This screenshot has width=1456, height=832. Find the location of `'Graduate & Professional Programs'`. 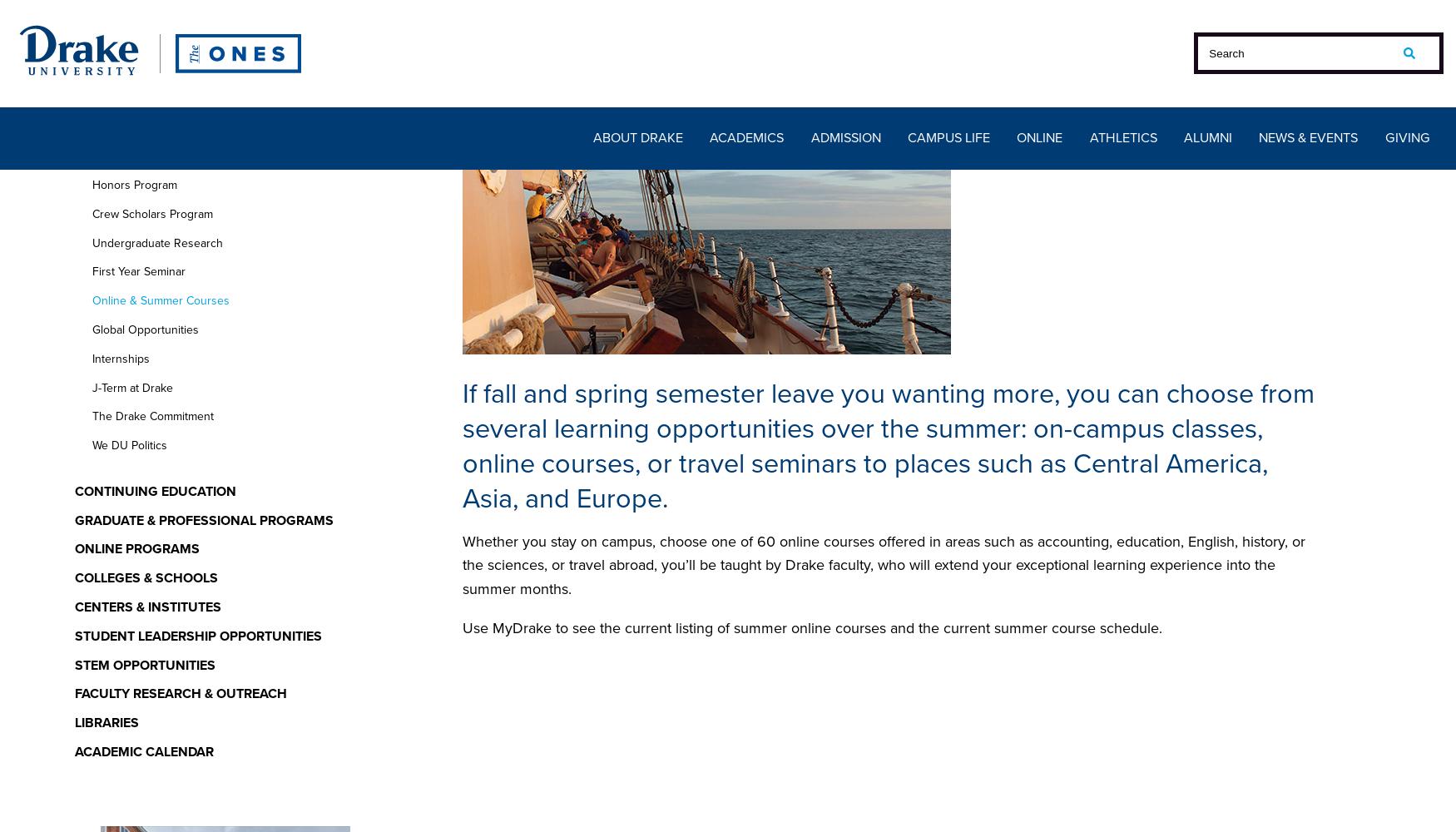

'Graduate & Professional Programs' is located at coordinates (74, 518).